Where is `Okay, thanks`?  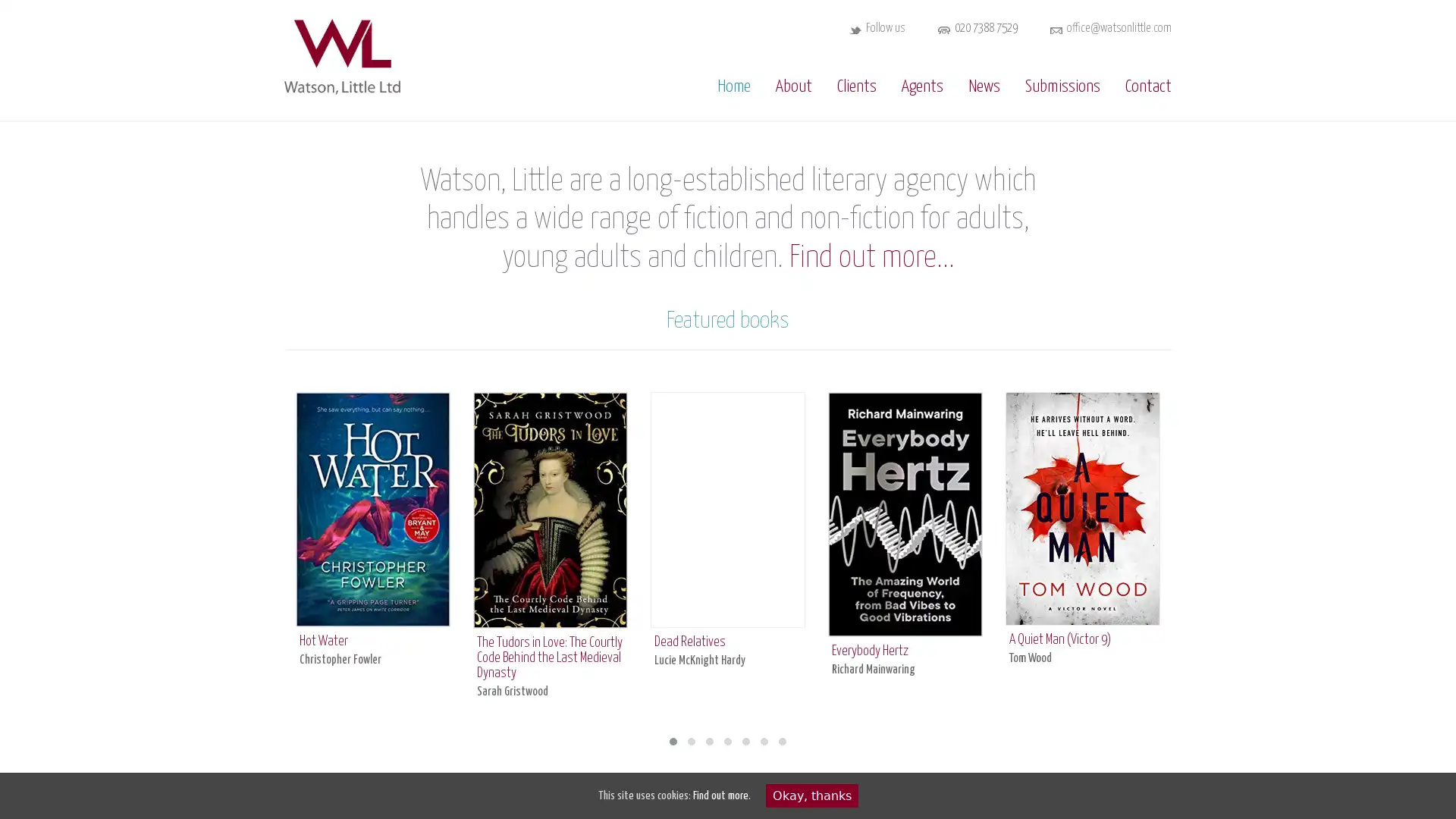
Okay, thanks is located at coordinates (811, 795).